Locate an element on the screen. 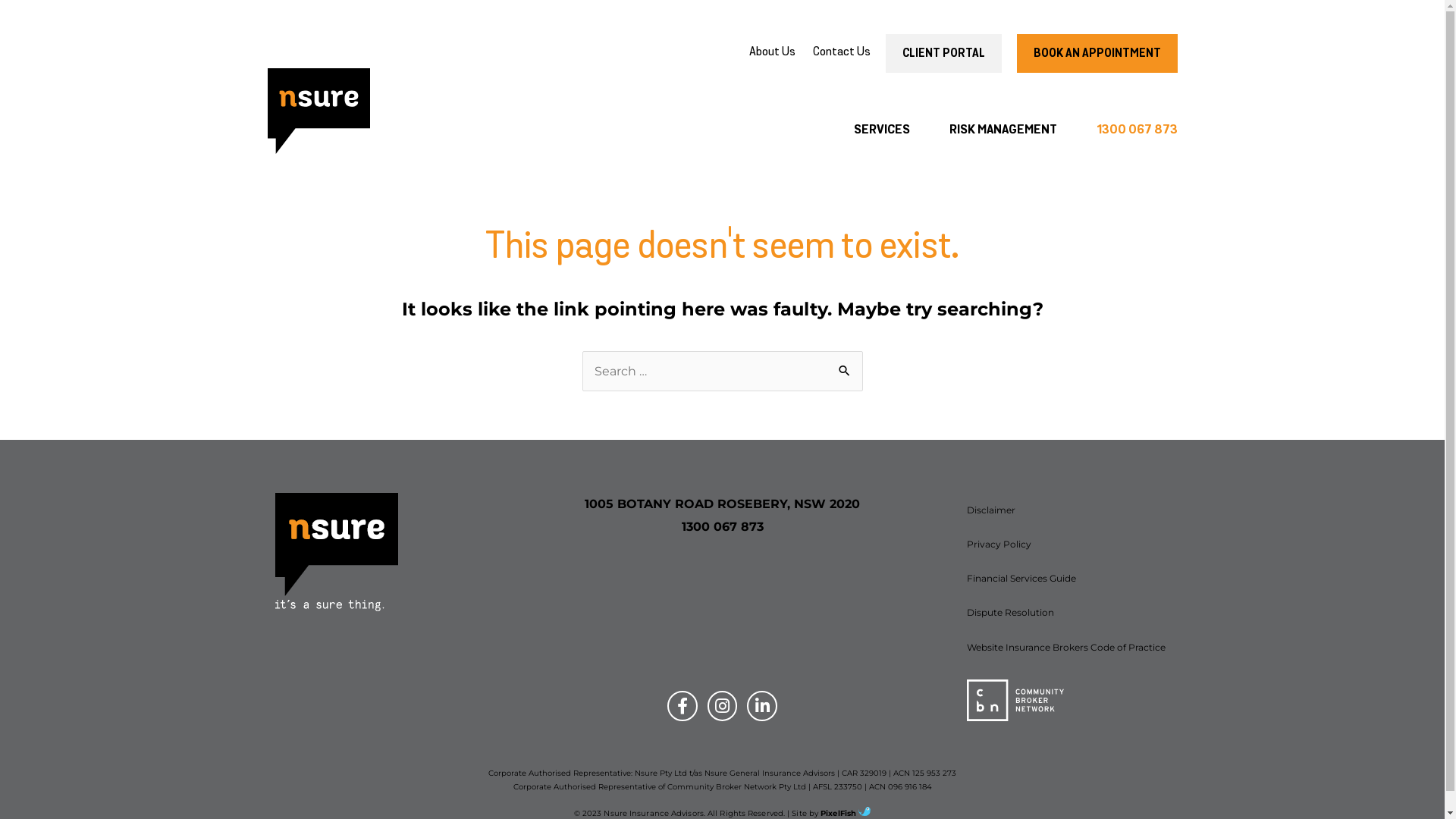 The height and width of the screenshot is (819, 1456). 'PixelFish' is located at coordinates (844, 812).